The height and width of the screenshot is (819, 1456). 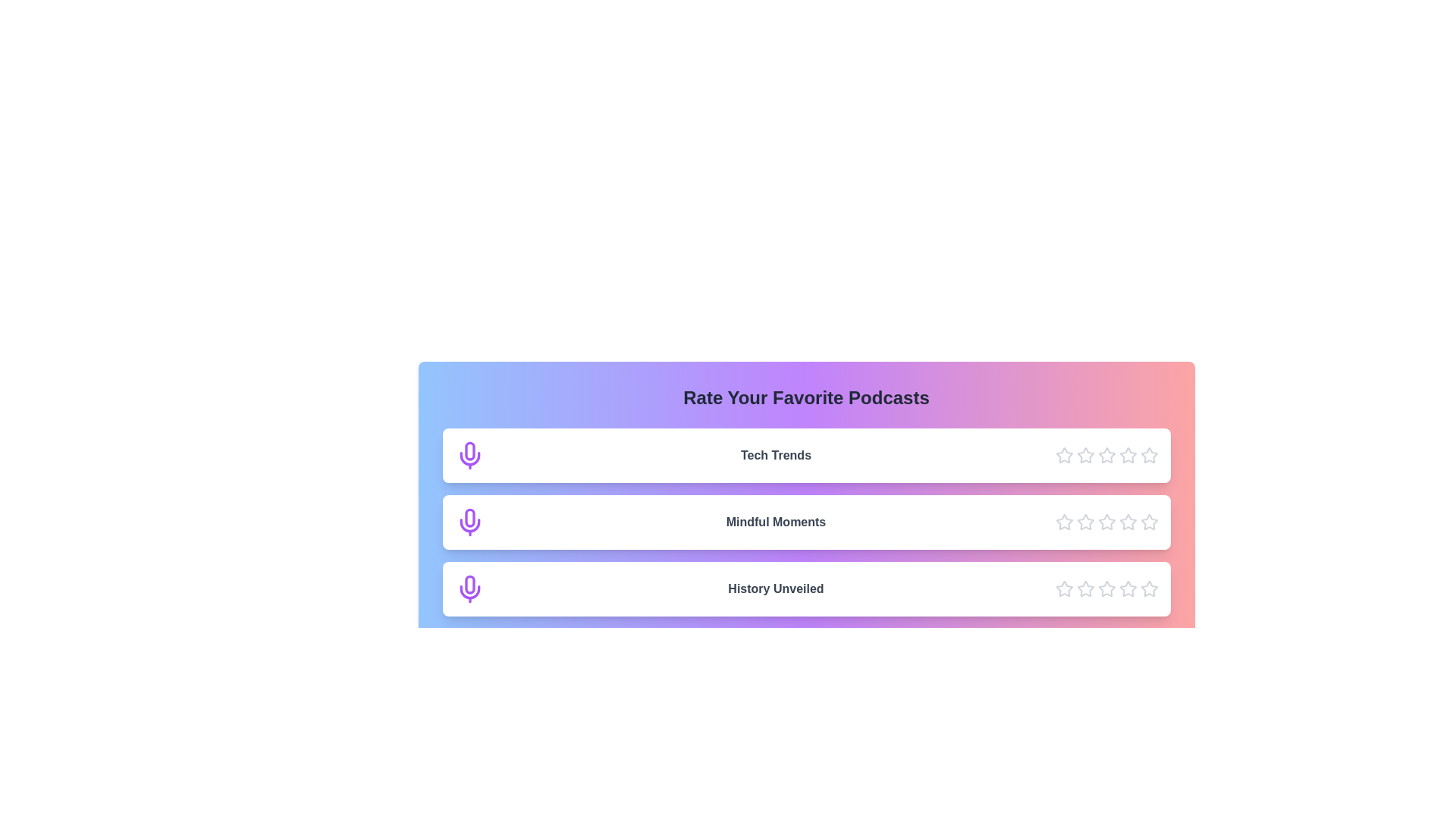 What do you see at coordinates (1128, 522) in the screenshot?
I see `the star icon corresponding to 4 stars for the podcast Mindful Moments` at bounding box center [1128, 522].